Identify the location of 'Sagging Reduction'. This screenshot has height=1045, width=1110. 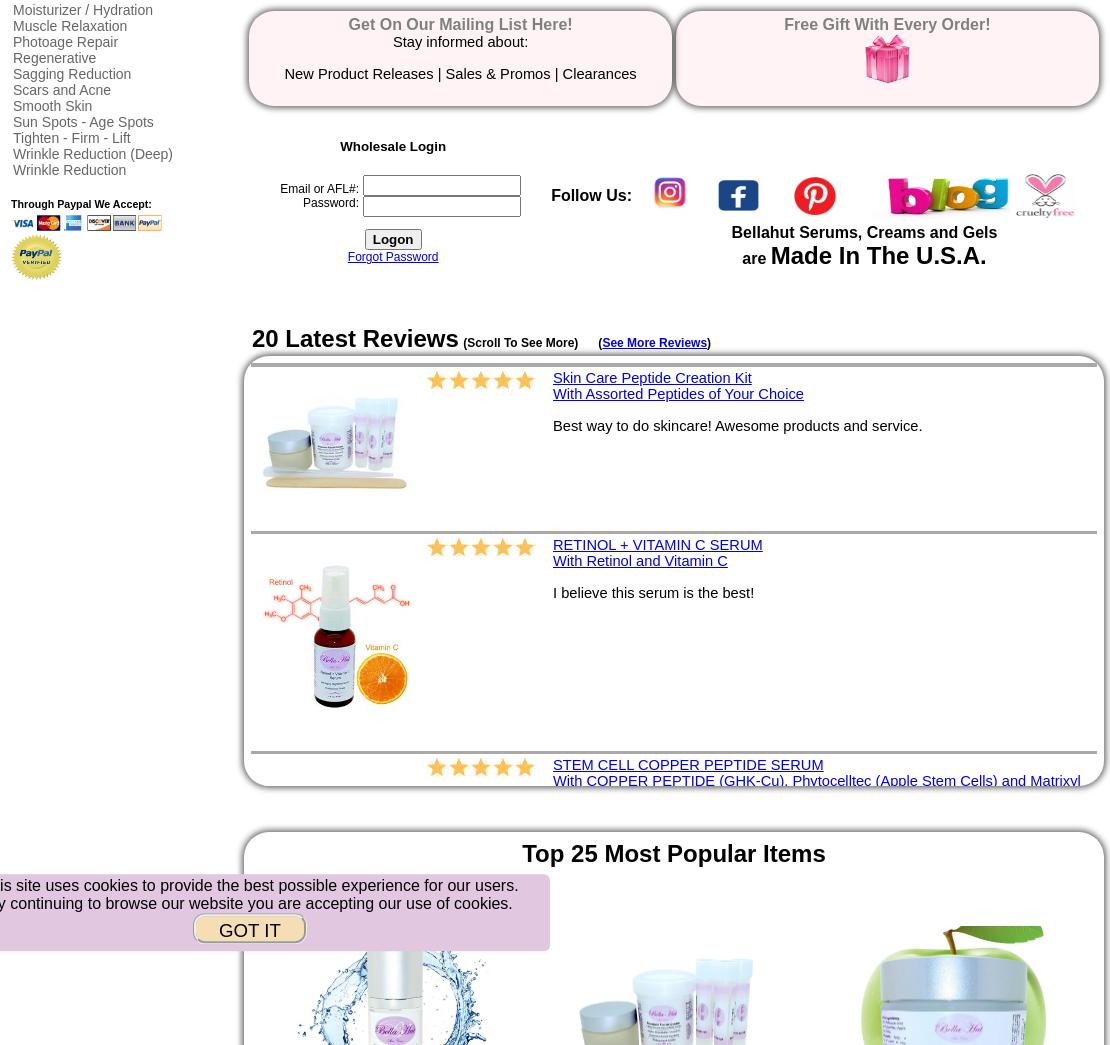
(12, 73).